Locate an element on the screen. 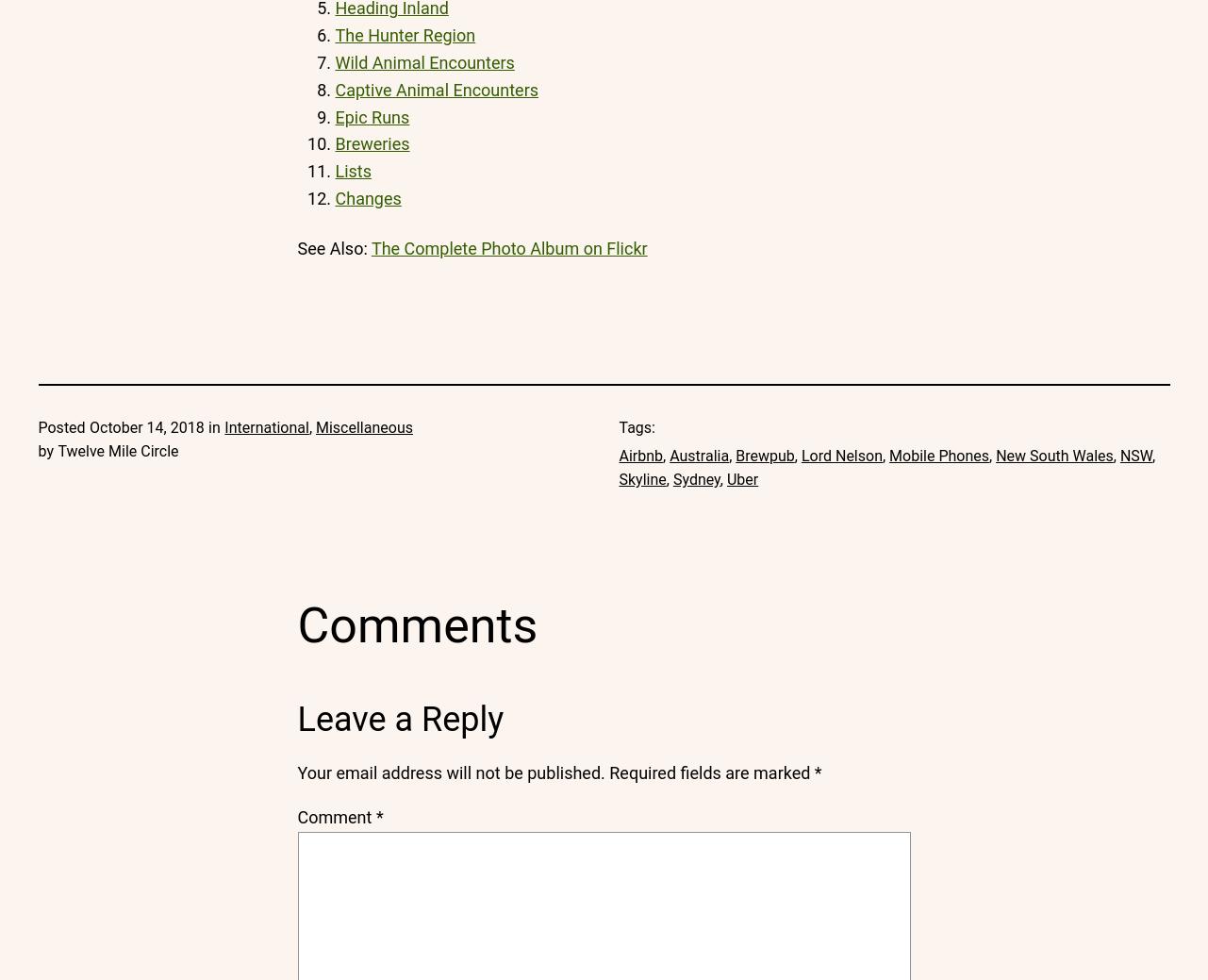 Image resolution: width=1208 pixels, height=980 pixels. 'NSW' is located at coordinates (1134, 454).